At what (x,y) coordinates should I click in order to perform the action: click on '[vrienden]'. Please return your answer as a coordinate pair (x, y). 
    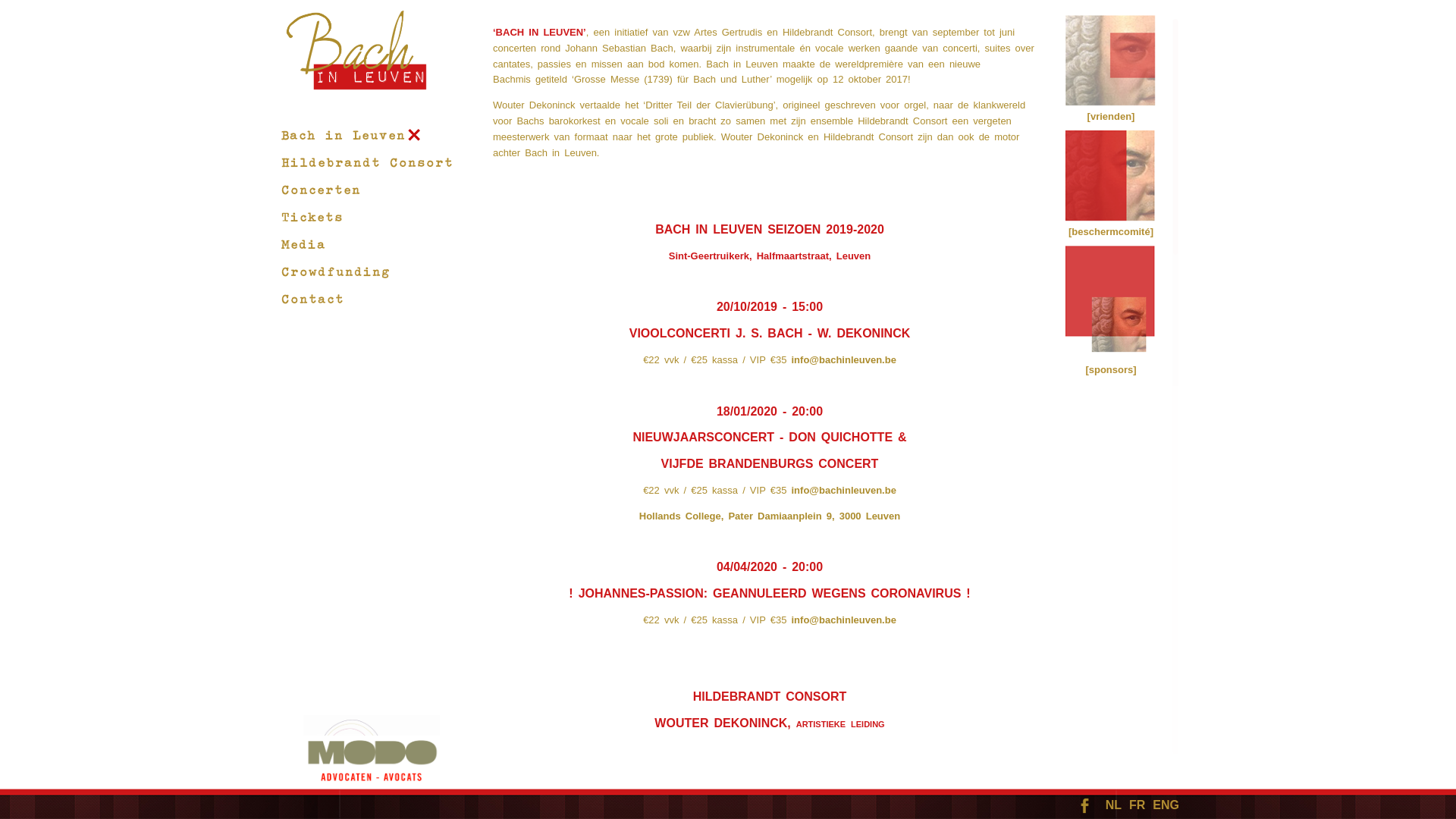
    Looking at the image, I should click on (1087, 115).